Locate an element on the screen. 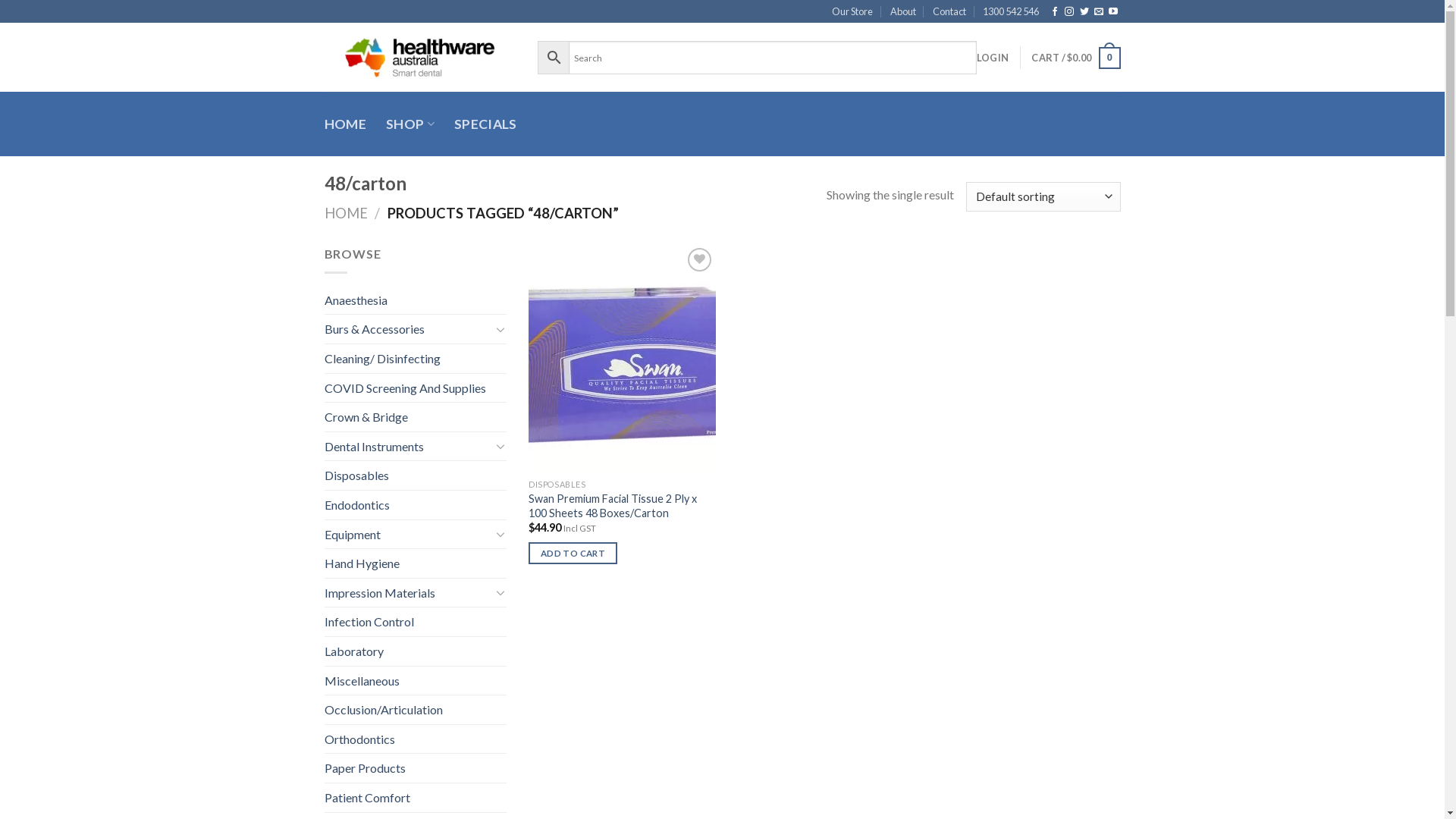 This screenshot has width=1456, height=819. 'Follow on Instagram' is located at coordinates (1068, 11).